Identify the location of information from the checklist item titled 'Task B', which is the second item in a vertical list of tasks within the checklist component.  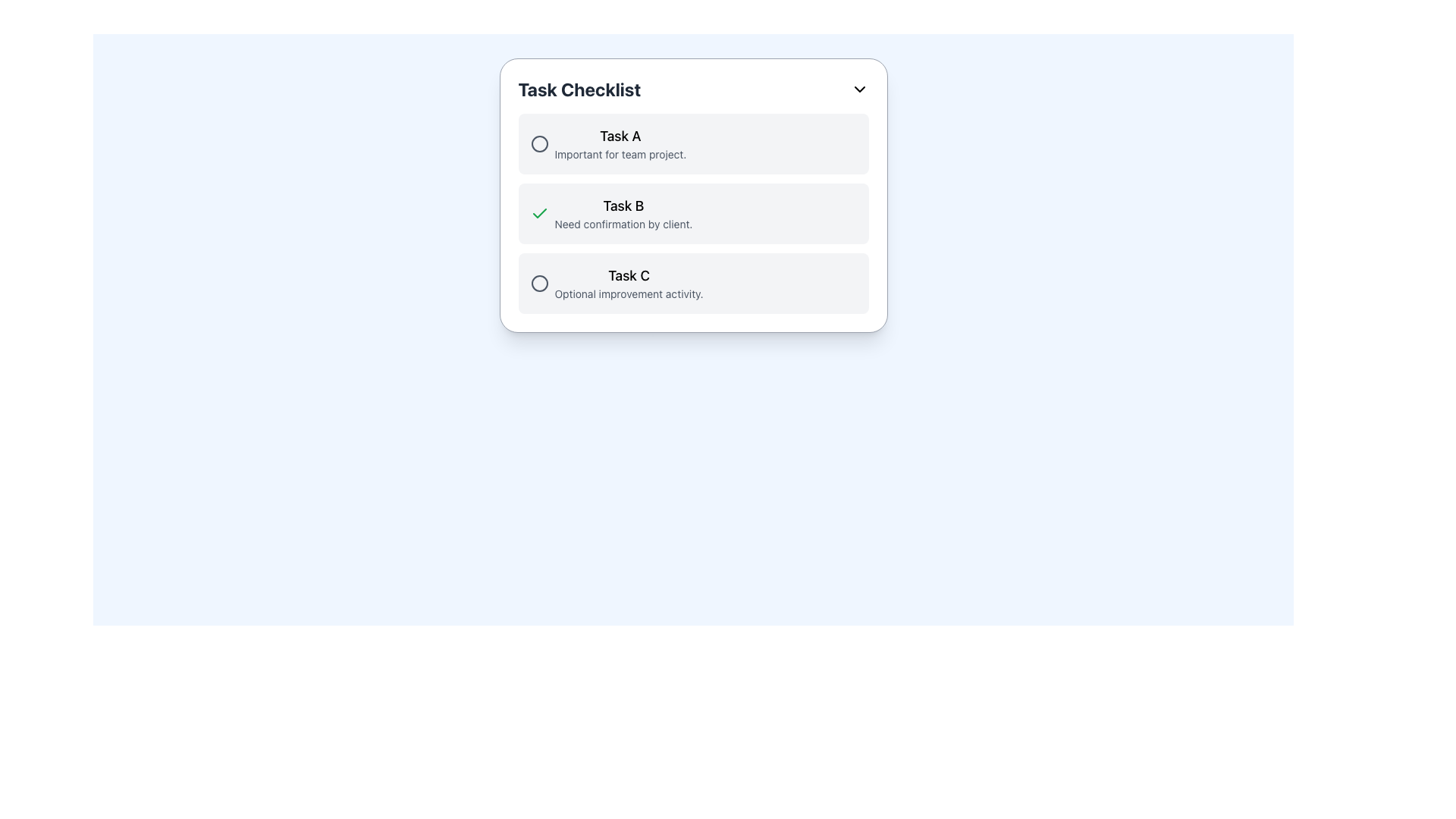
(692, 213).